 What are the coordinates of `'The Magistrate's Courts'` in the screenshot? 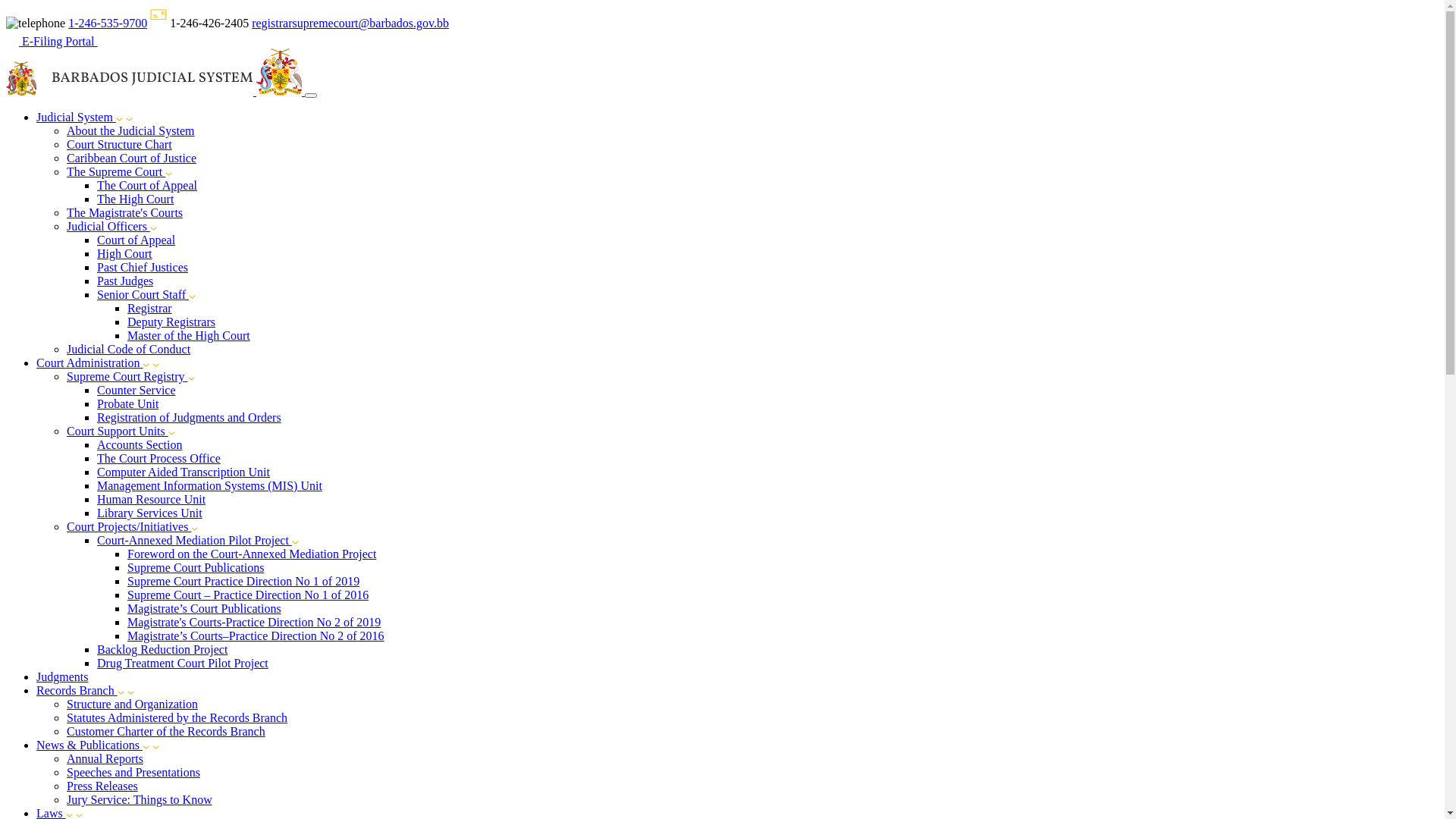 It's located at (124, 212).